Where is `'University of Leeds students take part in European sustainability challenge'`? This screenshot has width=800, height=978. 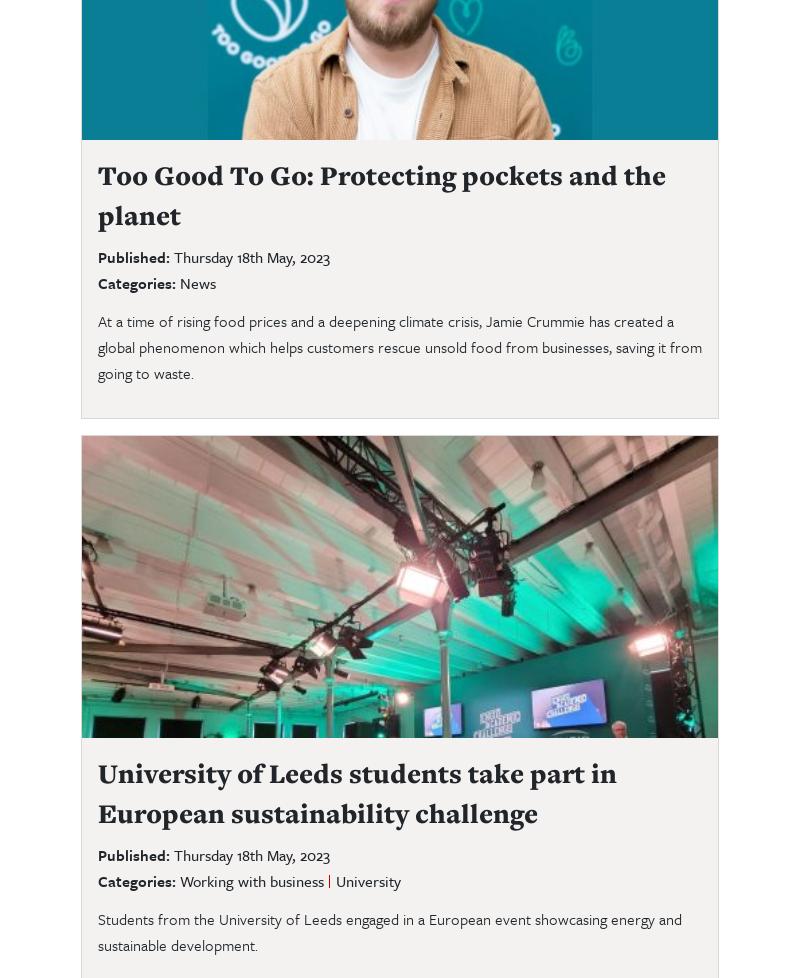 'University of Leeds students take part in European sustainability challenge' is located at coordinates (357, 791).